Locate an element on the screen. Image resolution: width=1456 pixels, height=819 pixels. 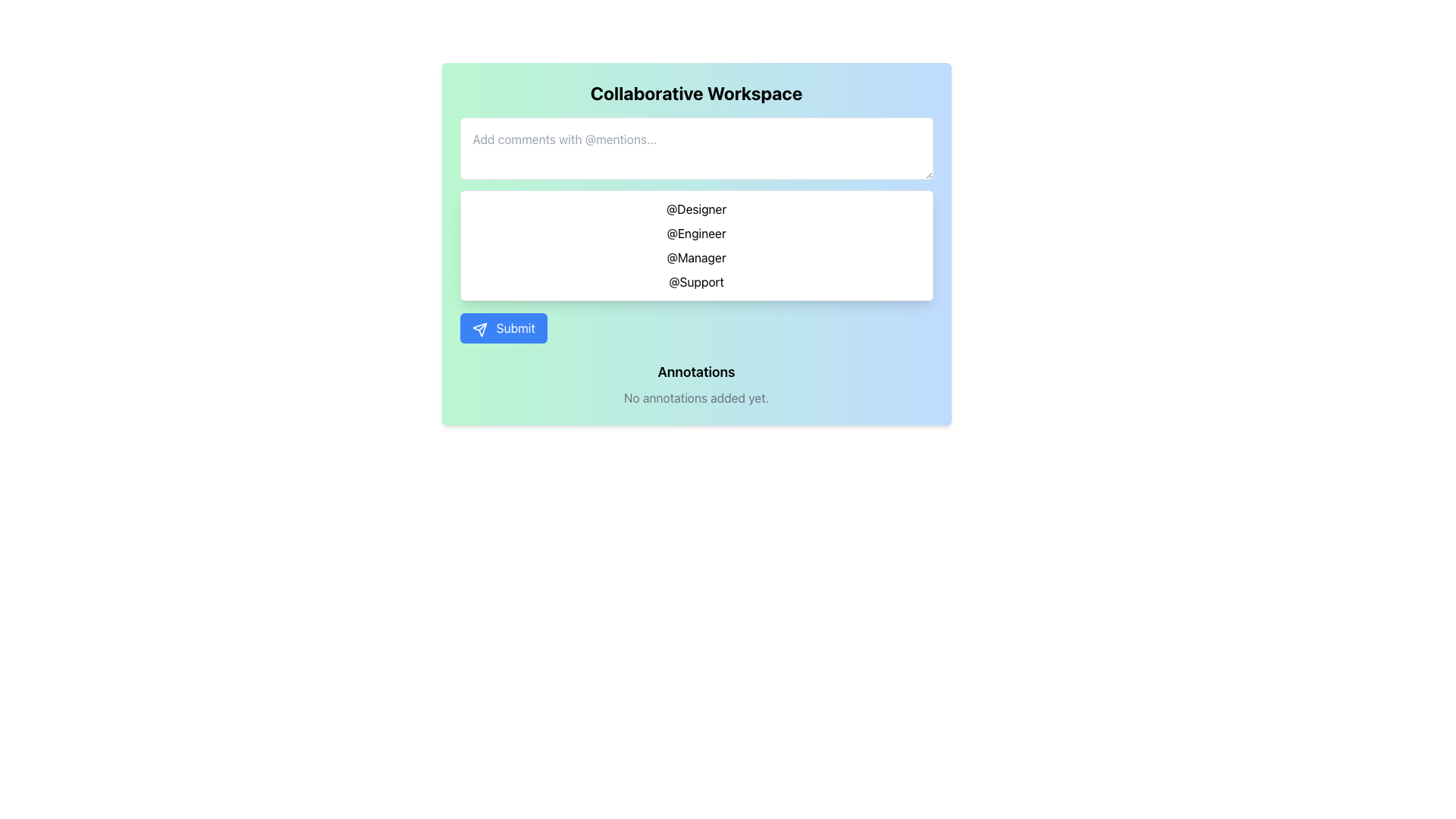
the first list entry displaying '@Designer' is located at coordinates (695, 209).